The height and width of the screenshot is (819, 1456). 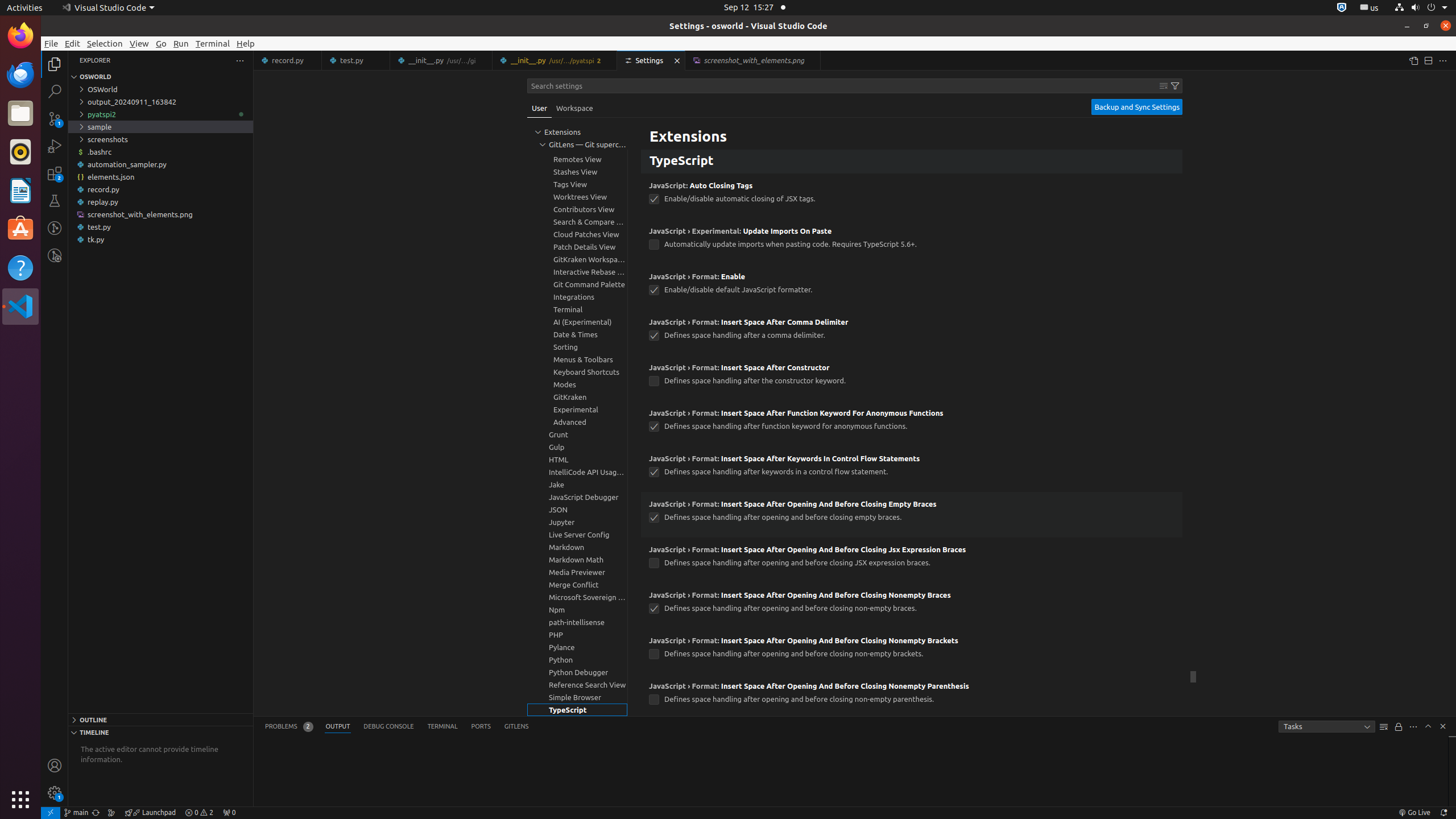 I want to click on 'automation_sampler.py', so click(x=160, y=164).